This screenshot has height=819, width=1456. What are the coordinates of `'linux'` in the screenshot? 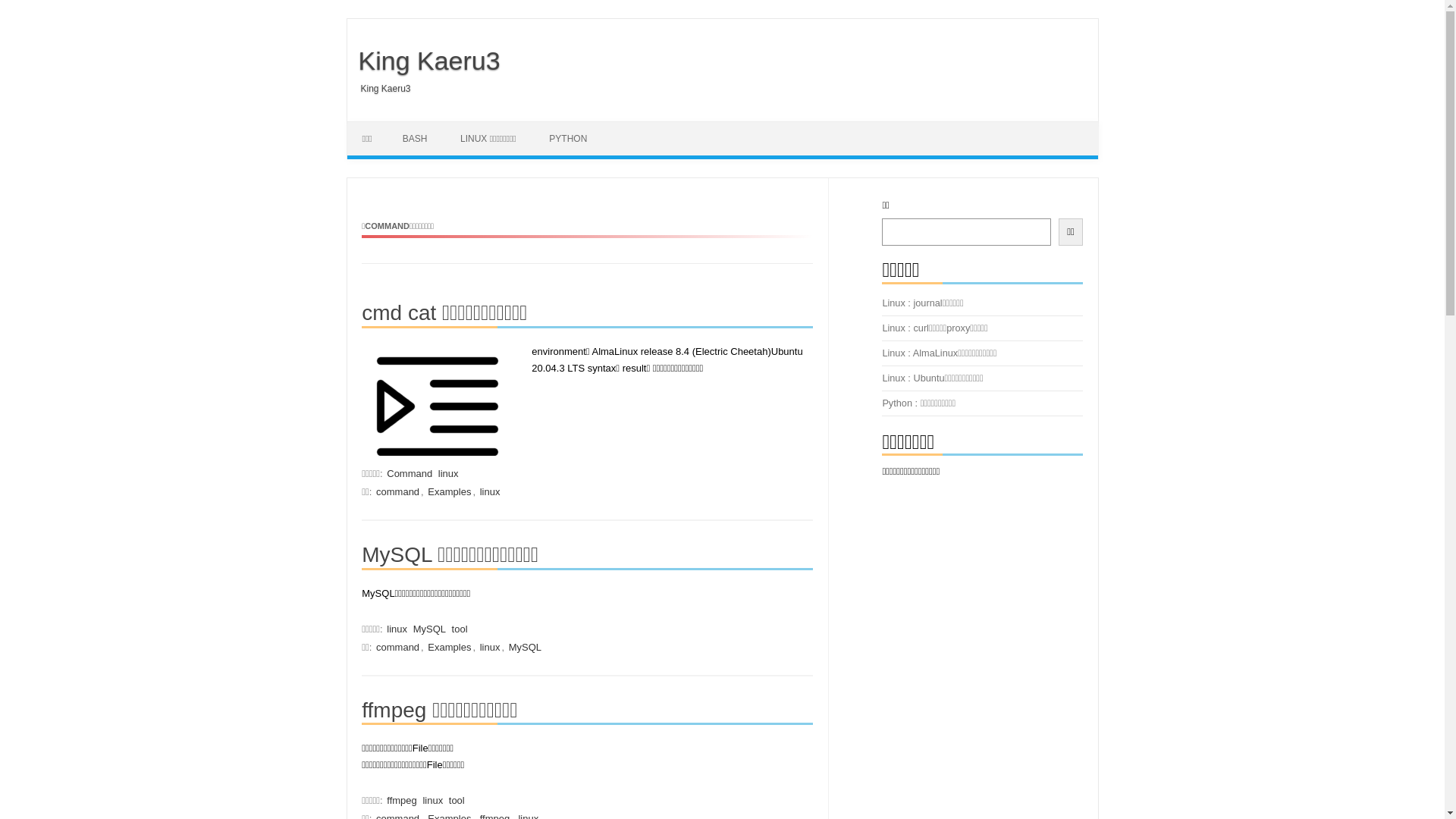 It's located at (490, 491).